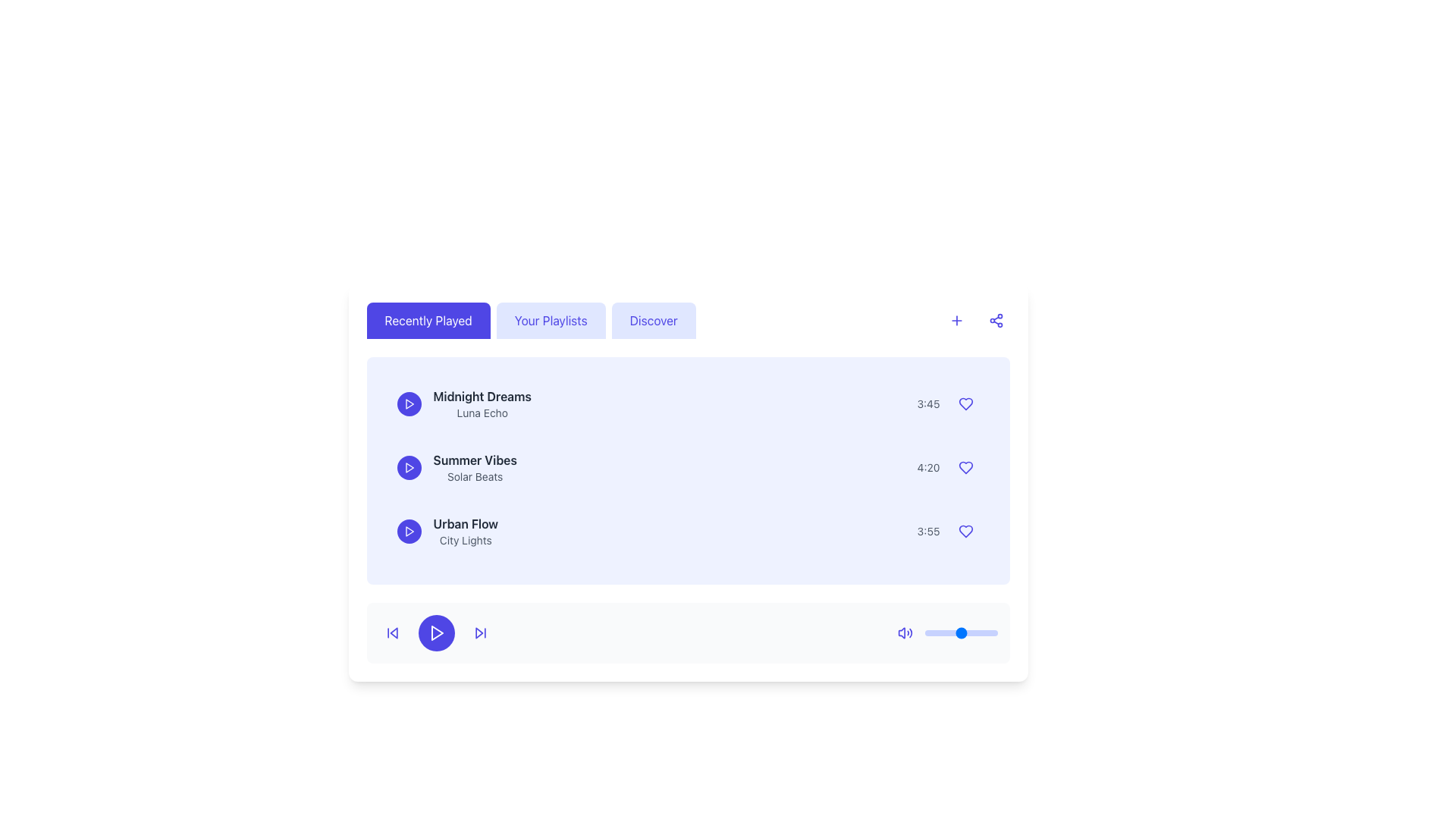  I want to click on the action icon button located in the top-right corner of a prominent card-like section, so click(955, 320).